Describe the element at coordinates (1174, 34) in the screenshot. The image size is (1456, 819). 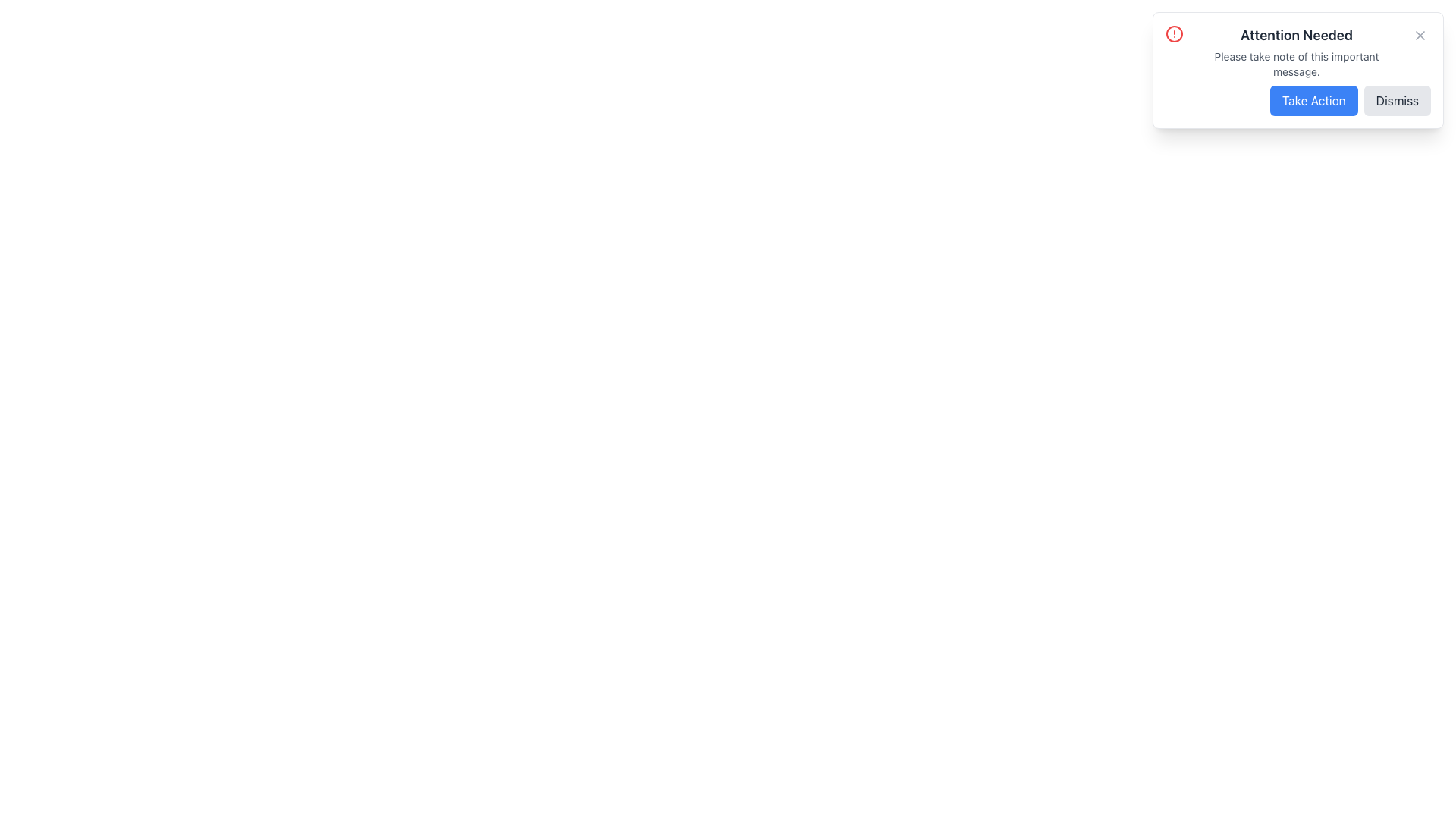
I see `the red circular graphical shape that is part of the alert icon located at the top-right corner of the interface` at that location.